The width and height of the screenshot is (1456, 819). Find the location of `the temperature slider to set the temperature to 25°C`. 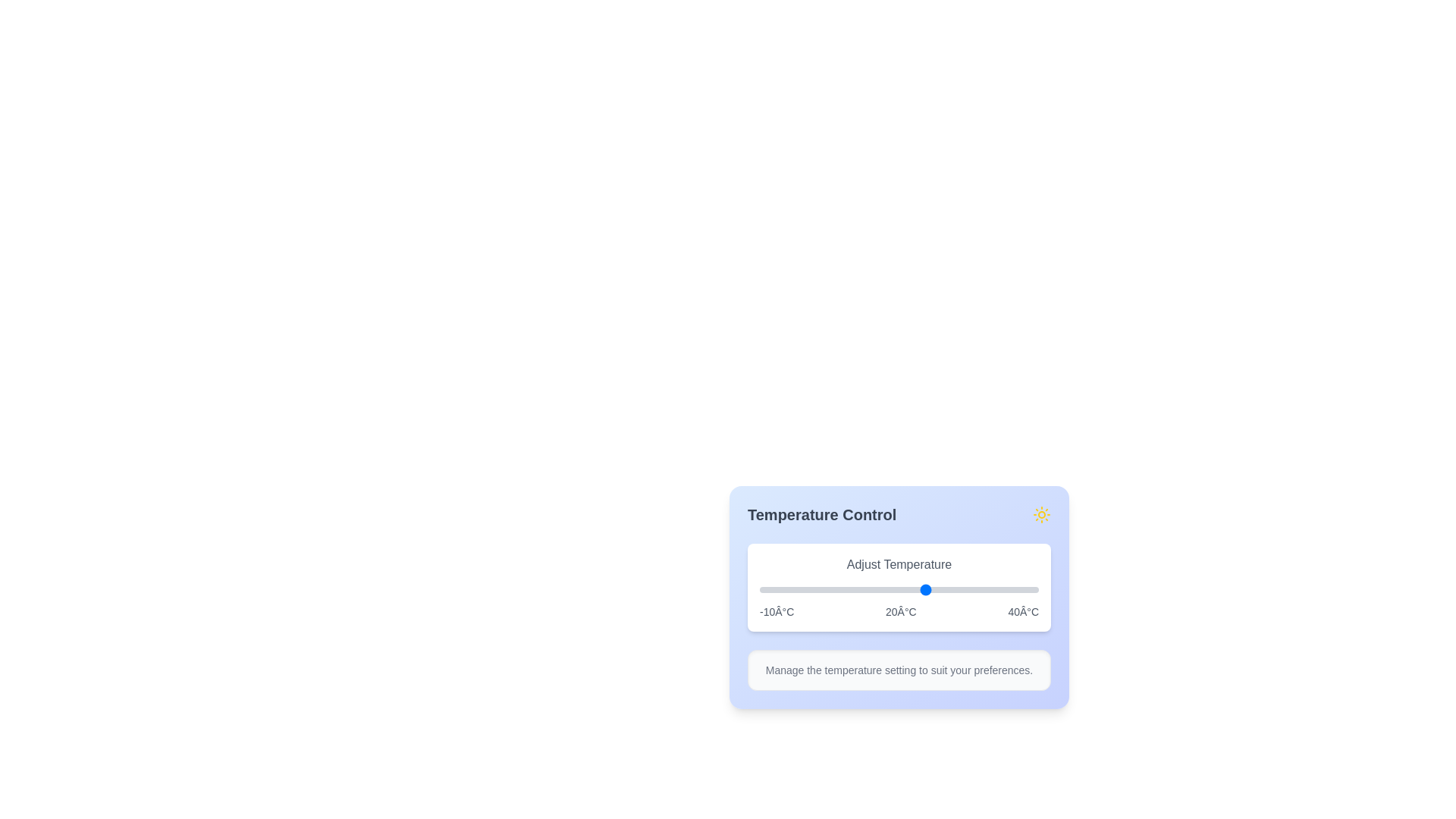

the temperature slider to set the temperature to 25°C is located at coordinates (954, 589).